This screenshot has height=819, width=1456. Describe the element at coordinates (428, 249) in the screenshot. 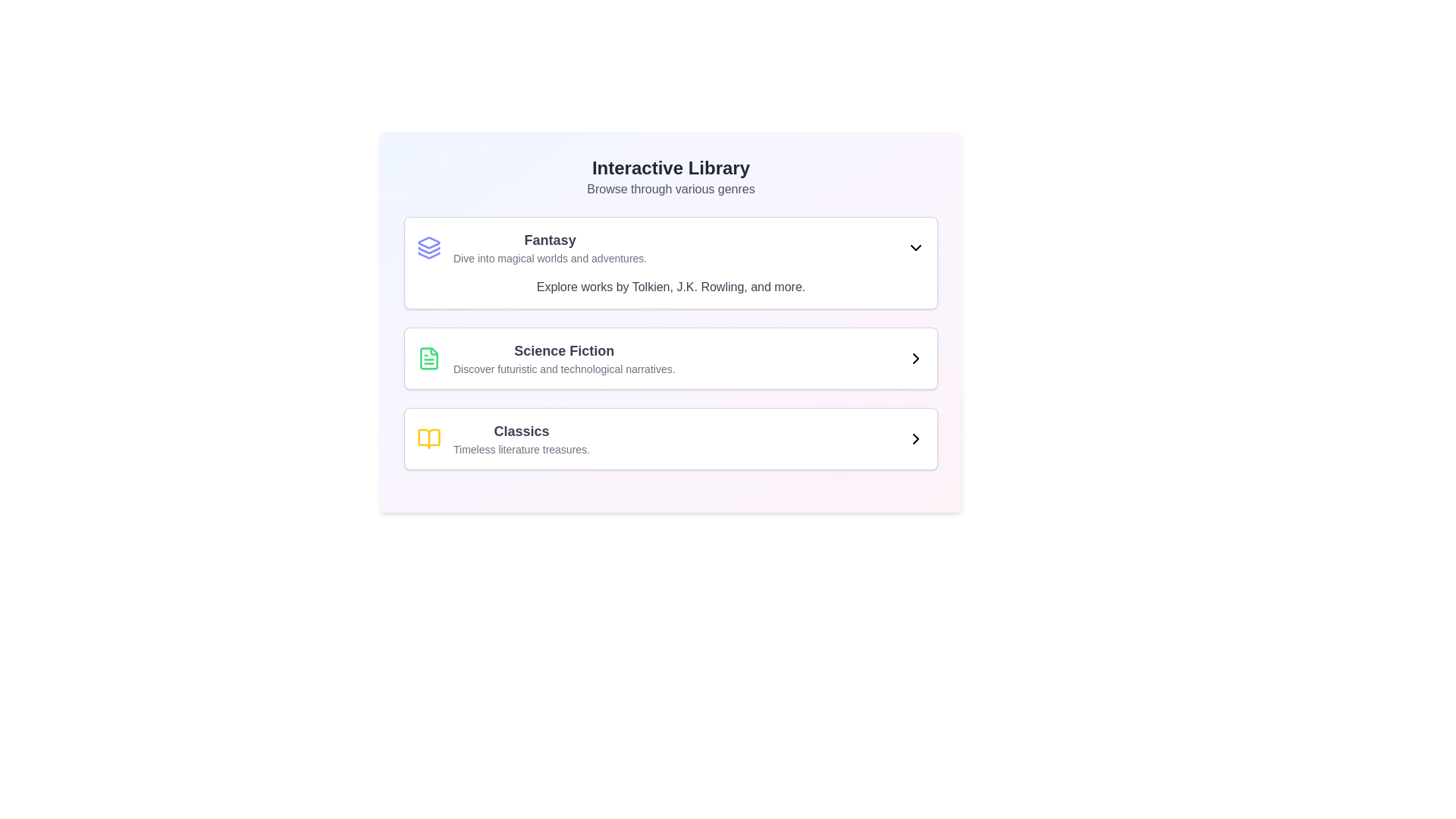

I see `the graphical icon element that is part of the layered icon representing the category for 'Fantasy', located beneath the category text` at that location.